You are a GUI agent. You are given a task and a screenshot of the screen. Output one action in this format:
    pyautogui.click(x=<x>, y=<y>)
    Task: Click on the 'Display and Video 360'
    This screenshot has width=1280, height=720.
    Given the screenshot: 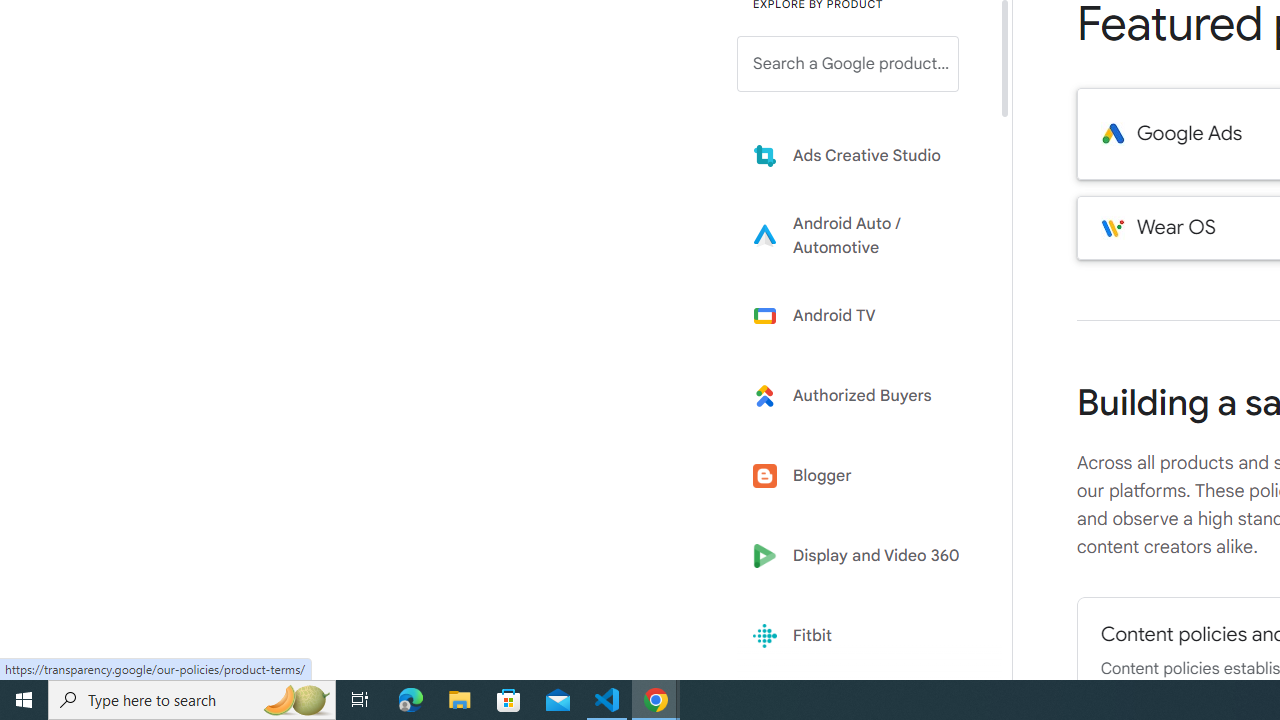 What is the action you would take?
    pyautogui.click(x=862, y=556)
    